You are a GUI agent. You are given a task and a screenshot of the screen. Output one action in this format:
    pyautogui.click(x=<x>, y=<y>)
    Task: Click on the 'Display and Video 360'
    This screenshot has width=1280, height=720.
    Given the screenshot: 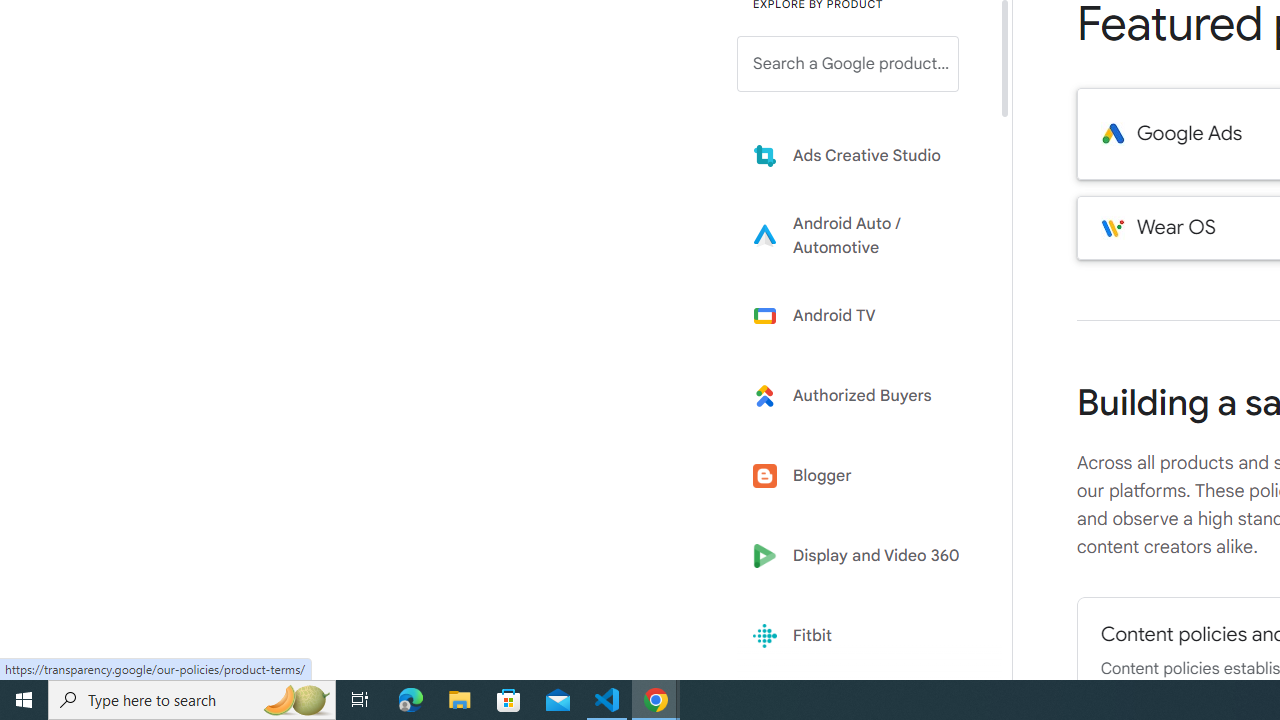 What is the action you would take?
    pyautogui.click(x=862, y=556)
    